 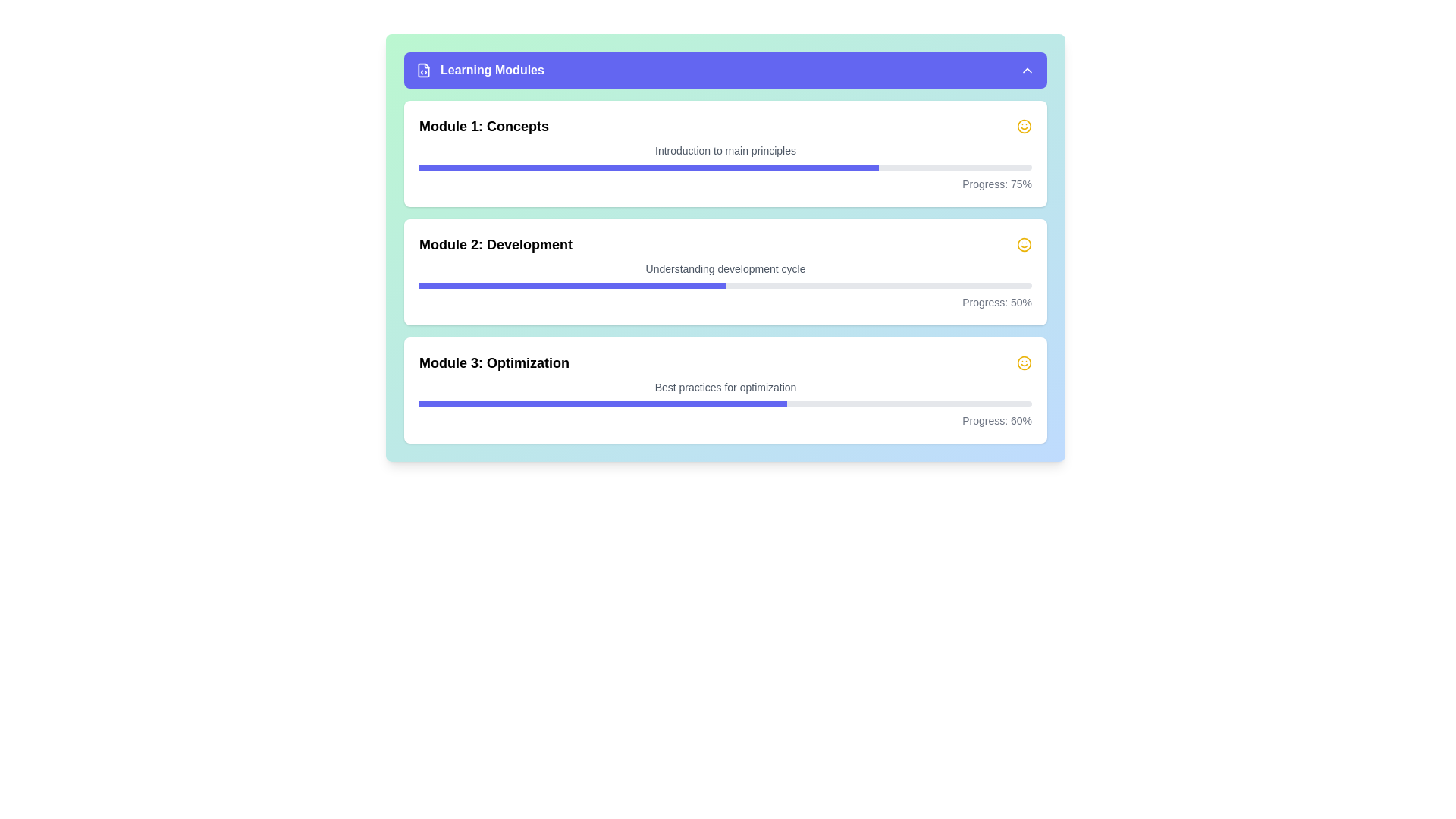 I want to click on the Label with icon titled 'Learning Modules' that has a file icon and is styled with a white font on a purple background, located in the top-left portion of the header section, so click(x=479, y=70).